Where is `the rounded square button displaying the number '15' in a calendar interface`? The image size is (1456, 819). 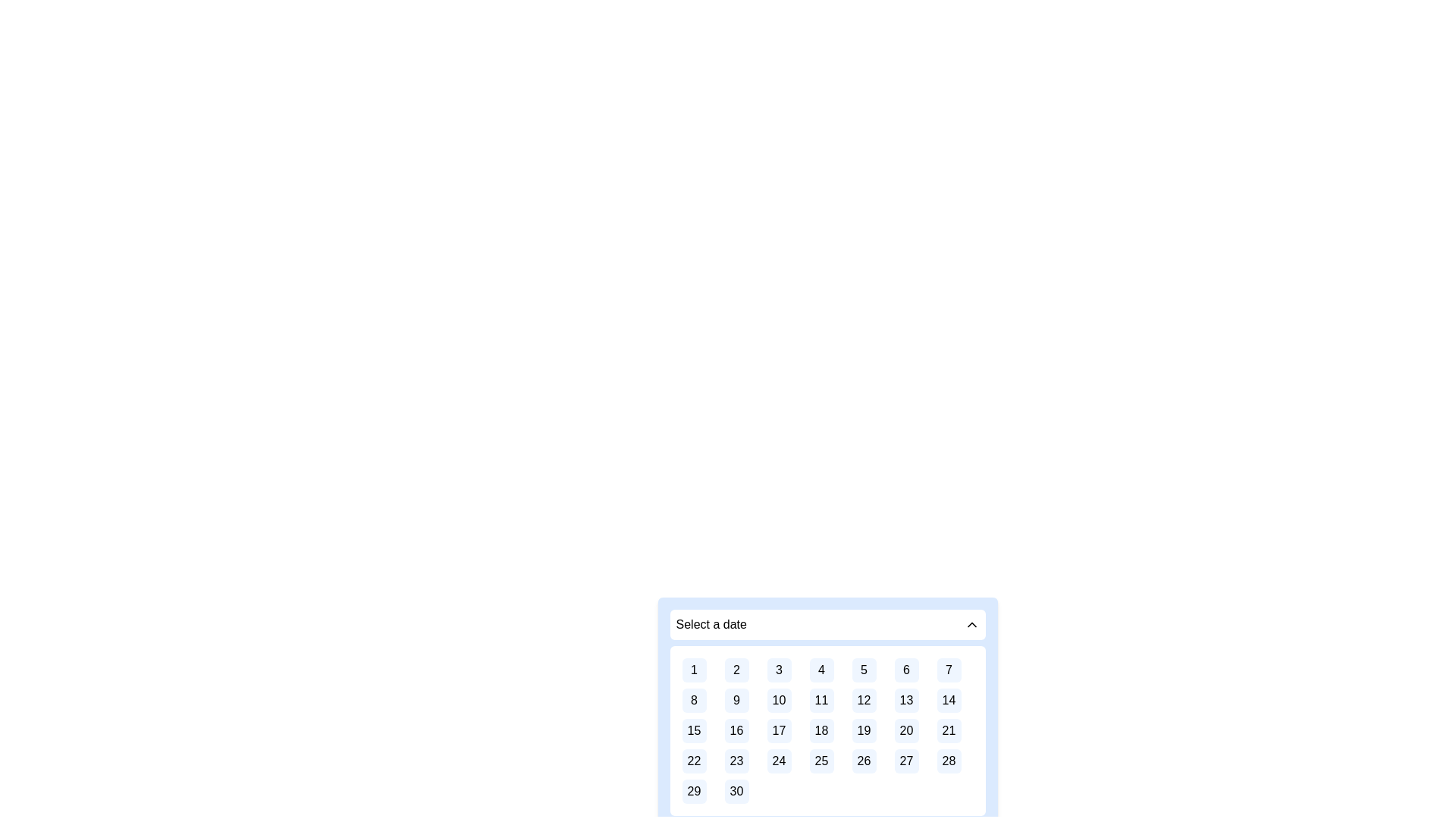 the rounded square button displaying the number '15' in a calendar interface is located at coordinates (693, 730).